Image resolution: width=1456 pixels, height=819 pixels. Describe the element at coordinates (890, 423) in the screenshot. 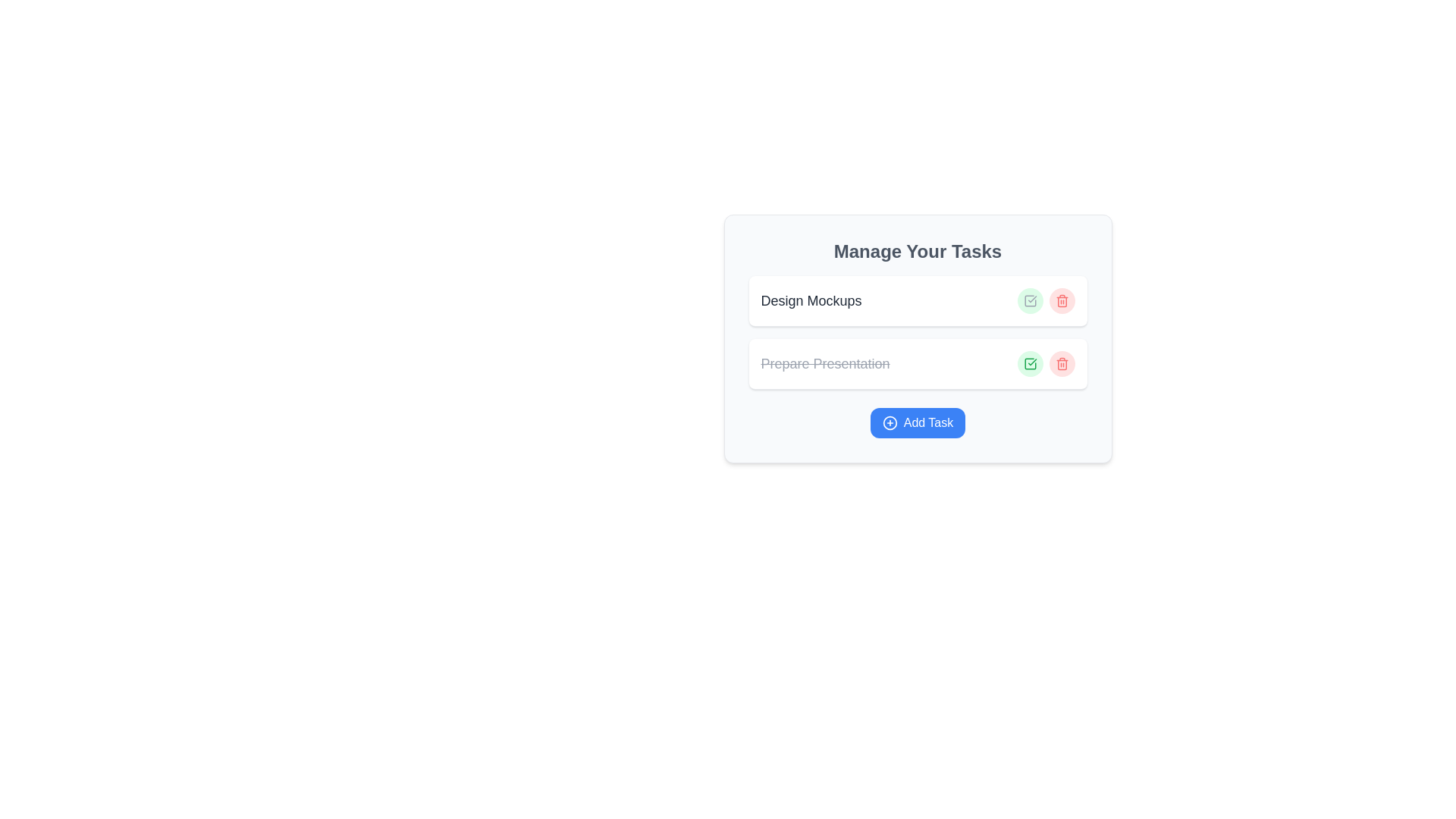

I see `the decorative Circle SVG element that is part of the 'Add' icon located in the bottom center of the task management panel, just above the 'Add Task' button` at that location.